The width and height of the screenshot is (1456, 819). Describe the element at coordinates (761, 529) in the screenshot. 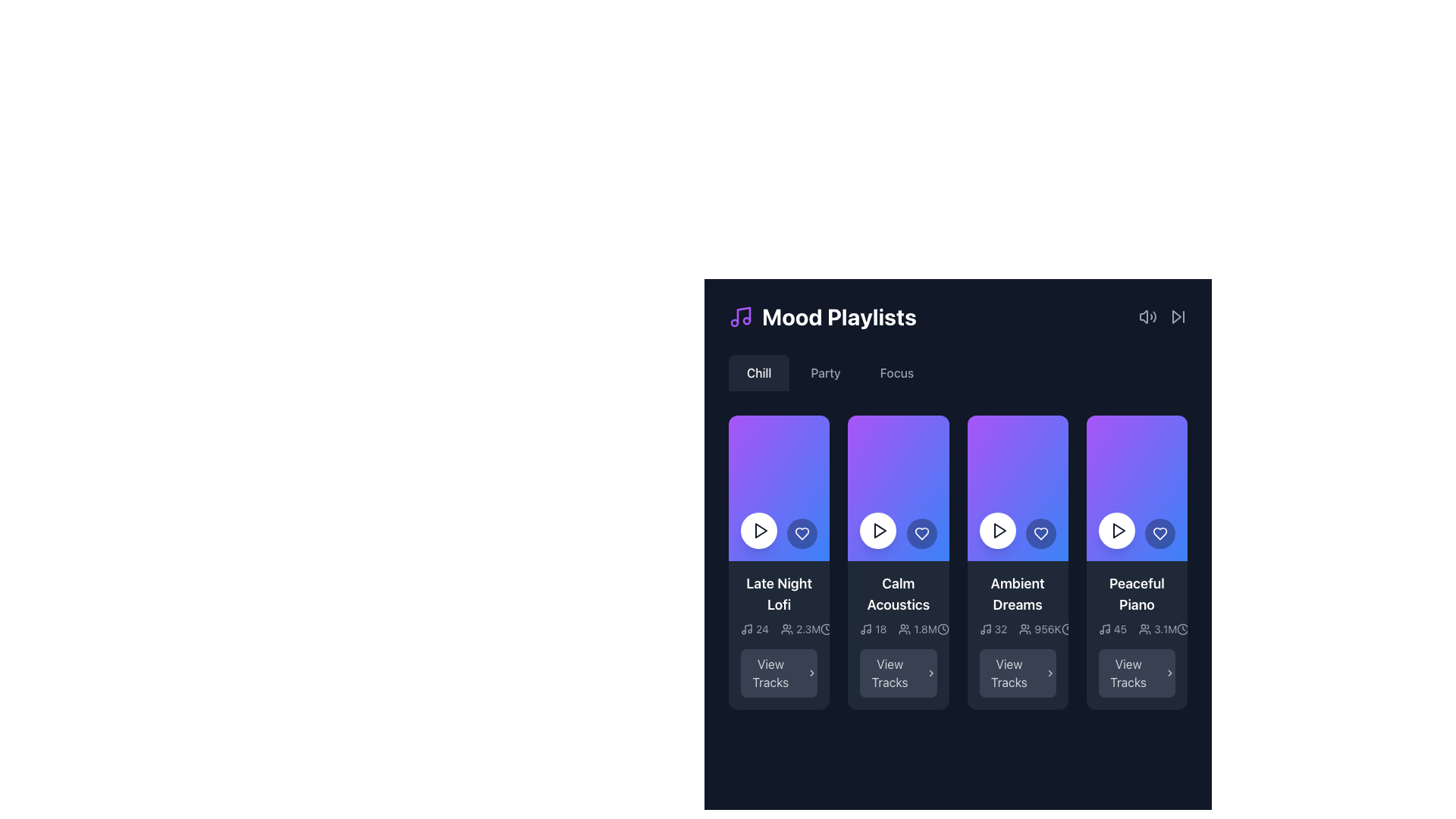

I see `the play button located at the bottom left of the first card in the 'Mood Playlists' section titled 'Late Night Lofi' to play the associated media` at that location.